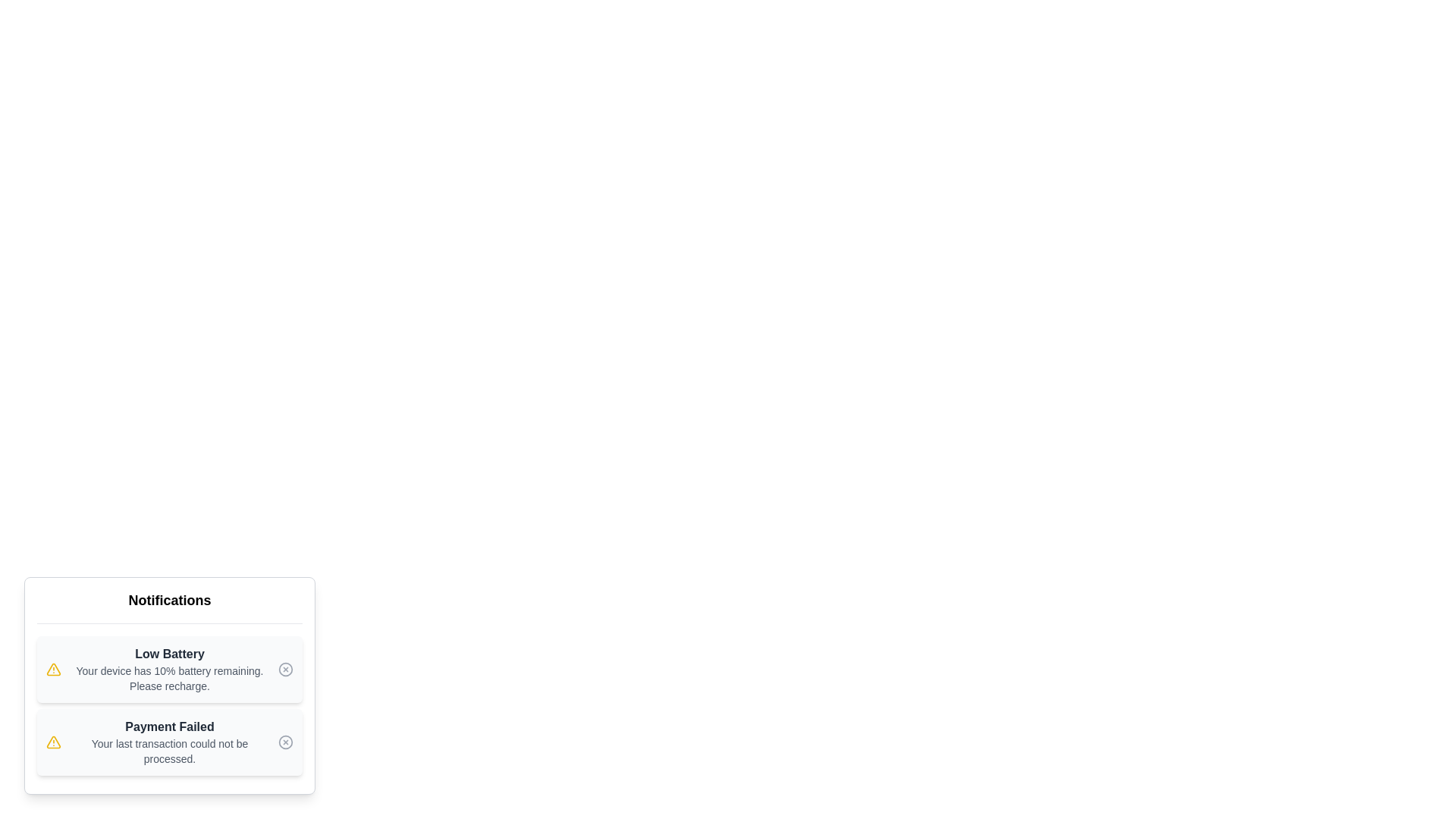  I want to click on the circular close button with an 'X' icon located at the far right of the 'Payment Failed' notification block, so click(286, 742).